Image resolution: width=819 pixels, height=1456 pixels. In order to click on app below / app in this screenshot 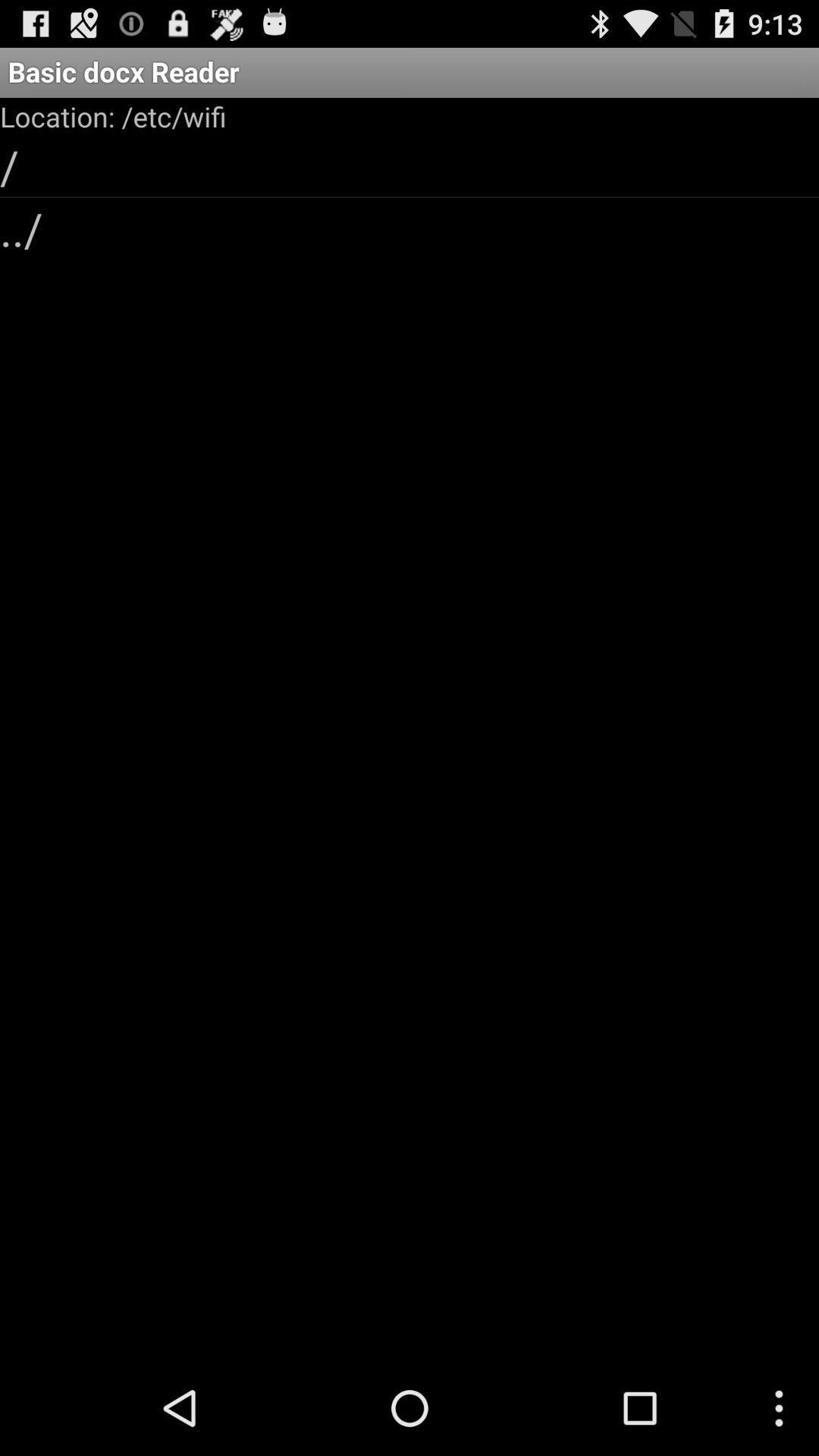, I will do `click(409, 227)`.